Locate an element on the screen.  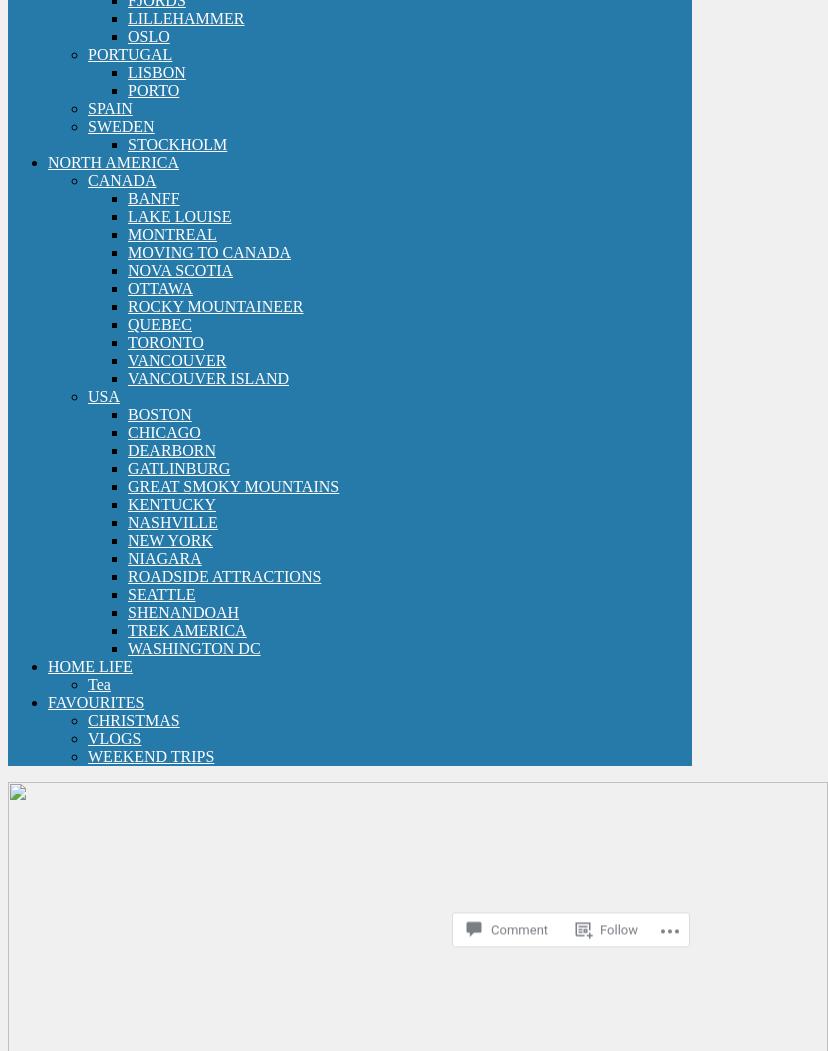
'WASHINGTON DC' is located at coordinates (193, 647).